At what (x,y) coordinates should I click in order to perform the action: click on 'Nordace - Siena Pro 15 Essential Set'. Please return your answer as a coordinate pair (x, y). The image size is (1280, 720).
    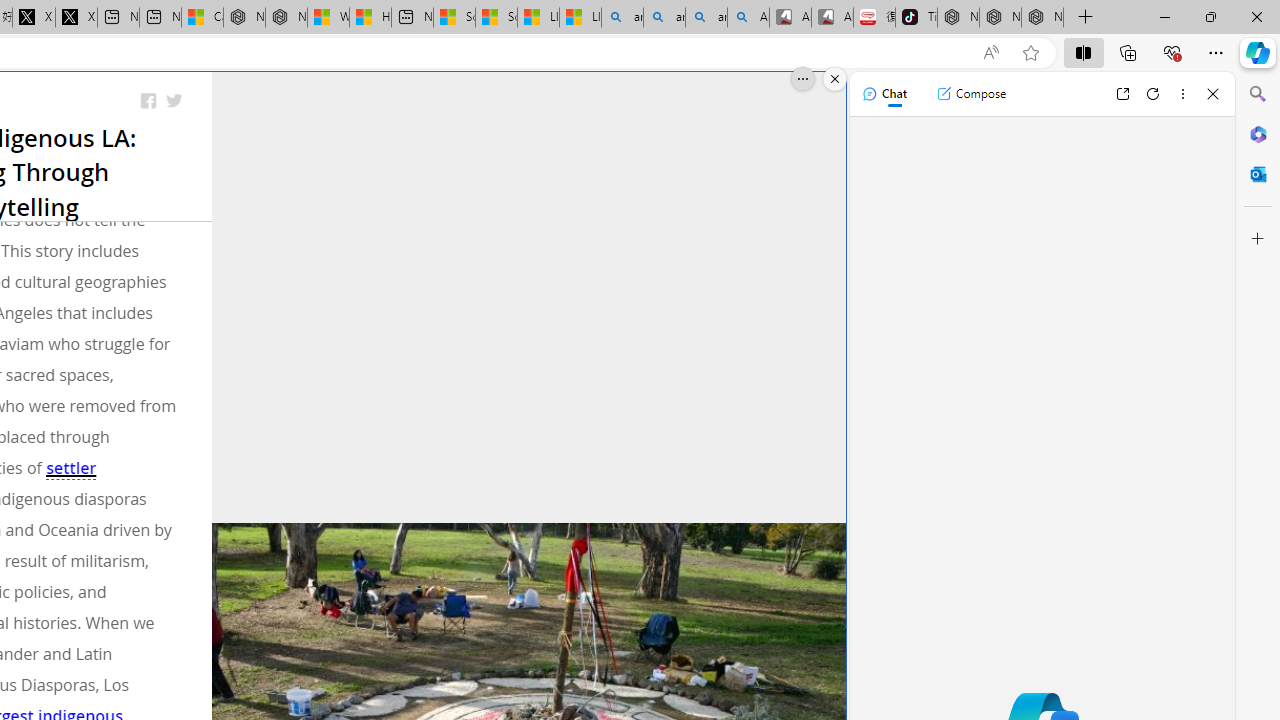
    Looking at the image, I should click on (1041, 17).